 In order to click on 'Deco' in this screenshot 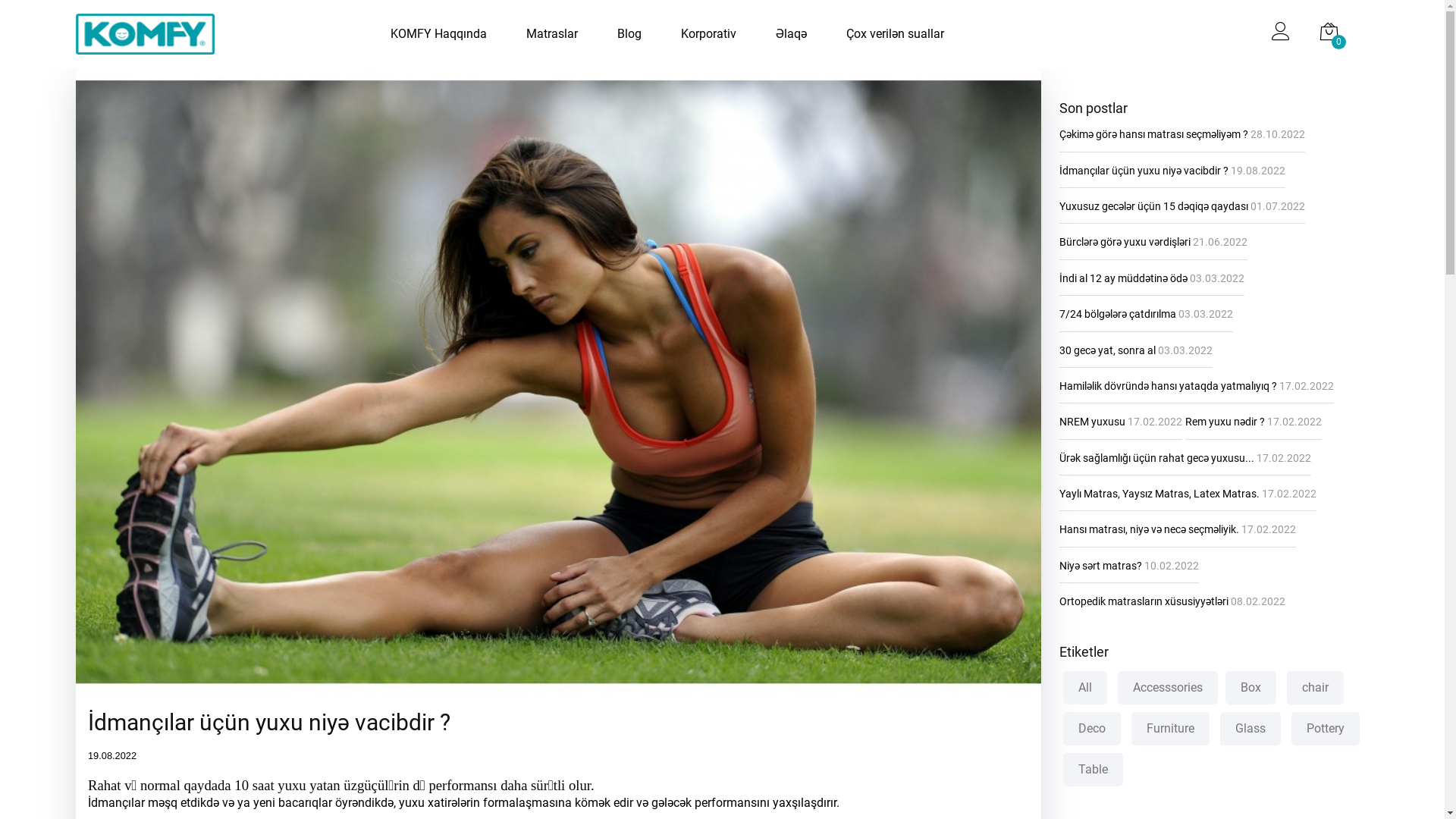, I will do `click(1092, 727)`.